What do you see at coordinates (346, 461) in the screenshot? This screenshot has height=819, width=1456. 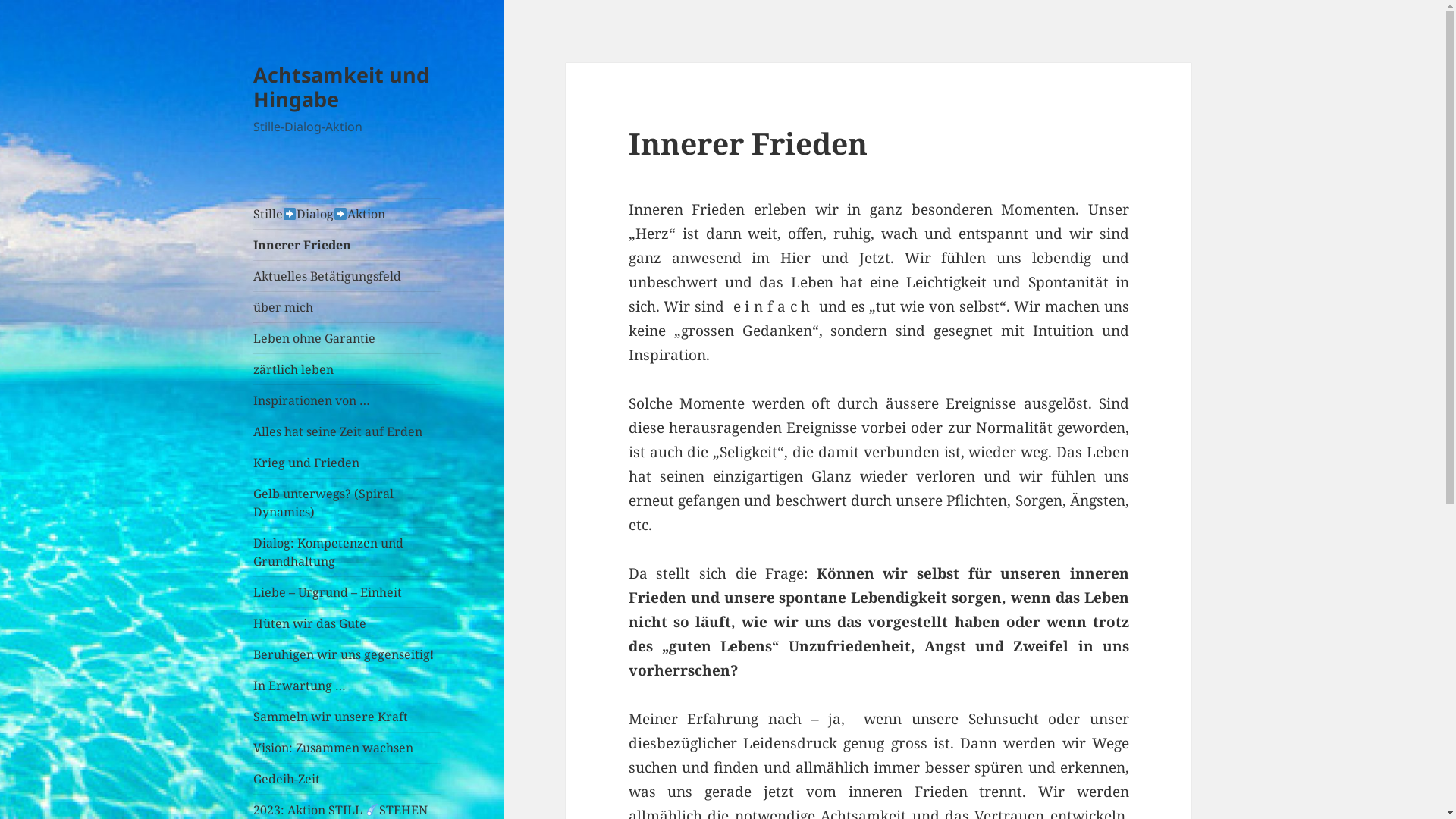 I see `'Krieg und Frieden'` at bounding box center [346, 461].